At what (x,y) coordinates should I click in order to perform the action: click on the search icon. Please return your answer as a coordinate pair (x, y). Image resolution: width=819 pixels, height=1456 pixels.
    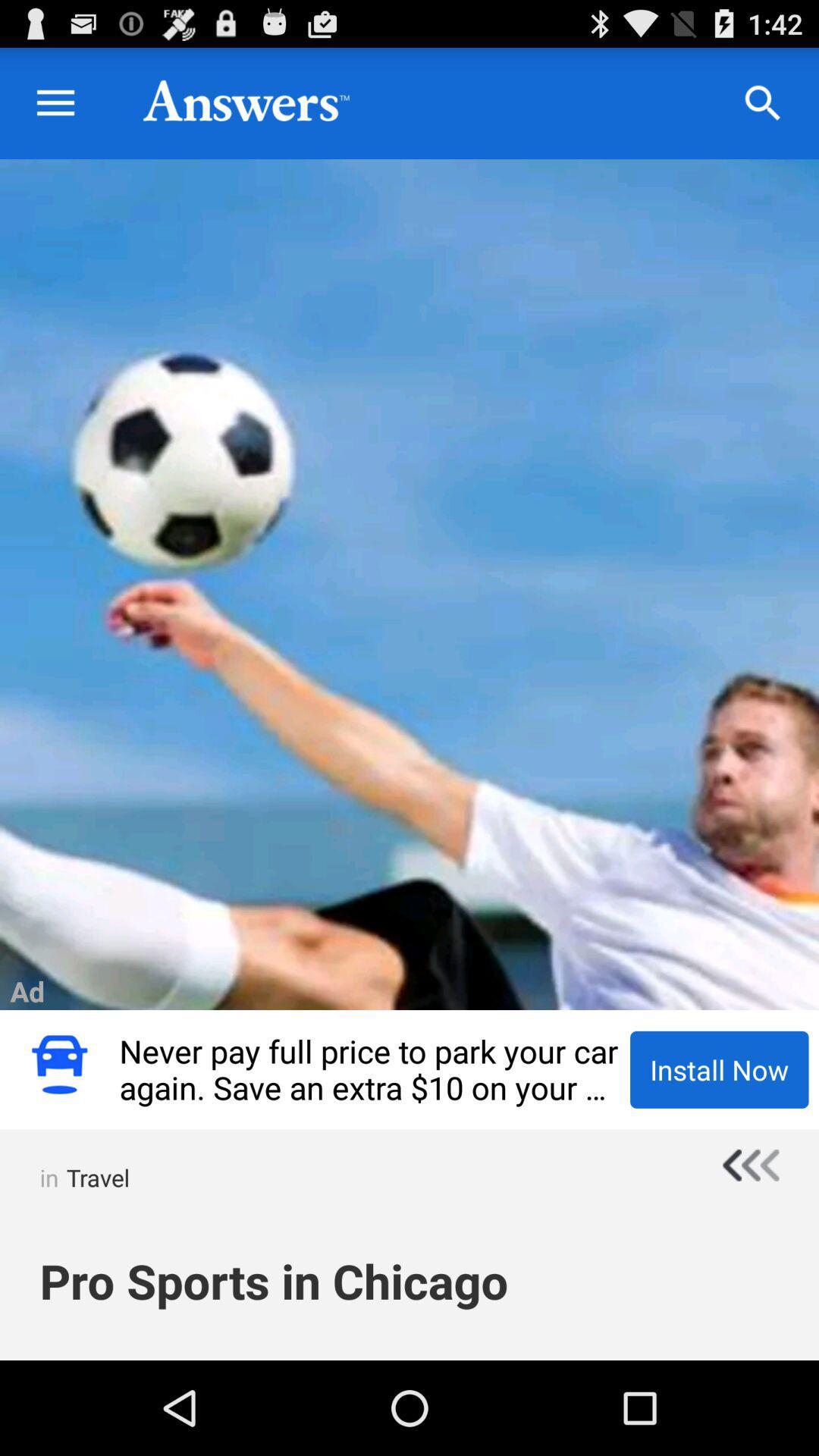
    Looking at the image, I should click on (763, 110).